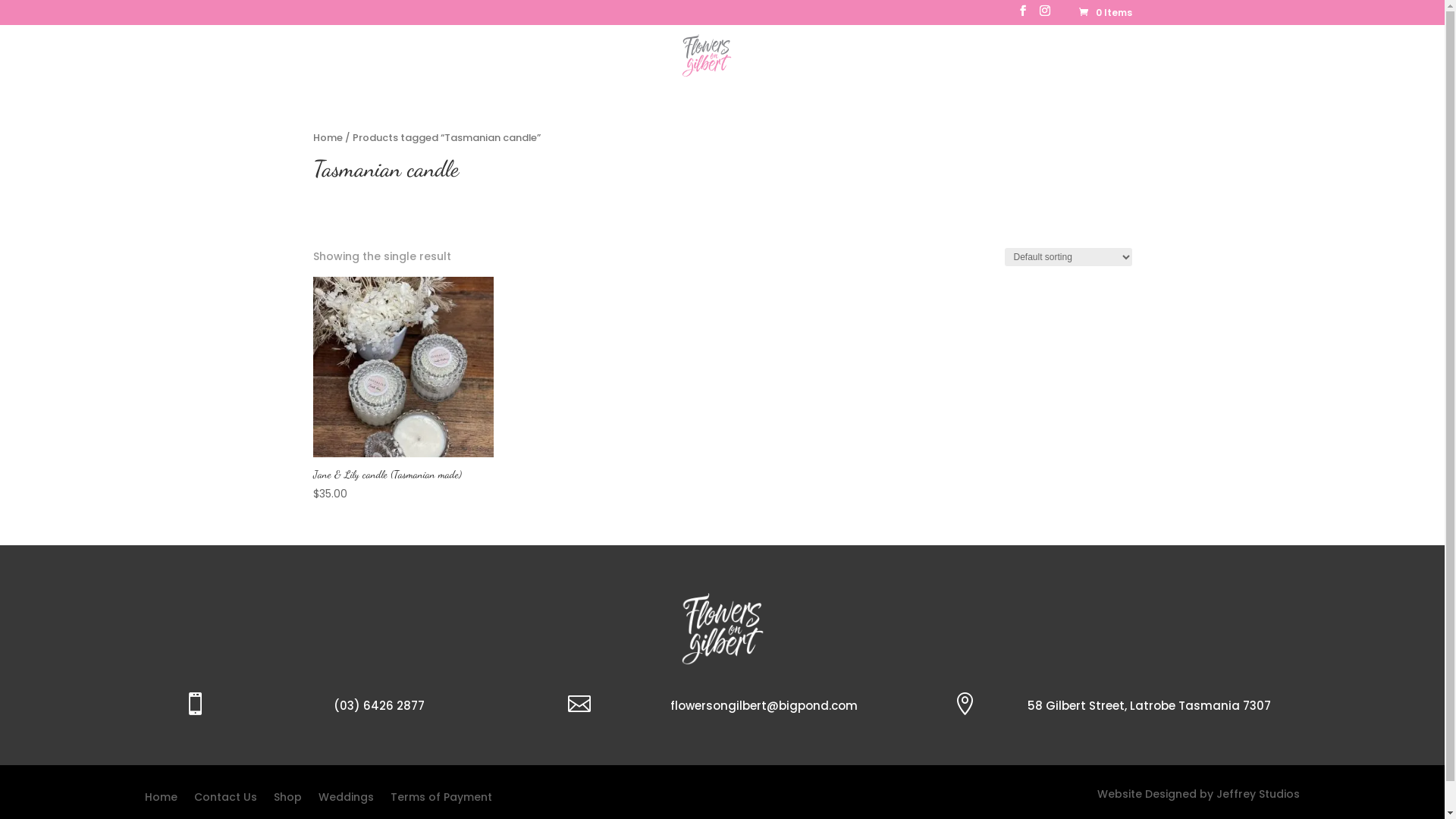 This screenshot has width=1456, height=819. Describe the element at coordinates (403, 389) in the screenshot. I see `'Jane & Lily candle (Tasmanian made)` at that location.